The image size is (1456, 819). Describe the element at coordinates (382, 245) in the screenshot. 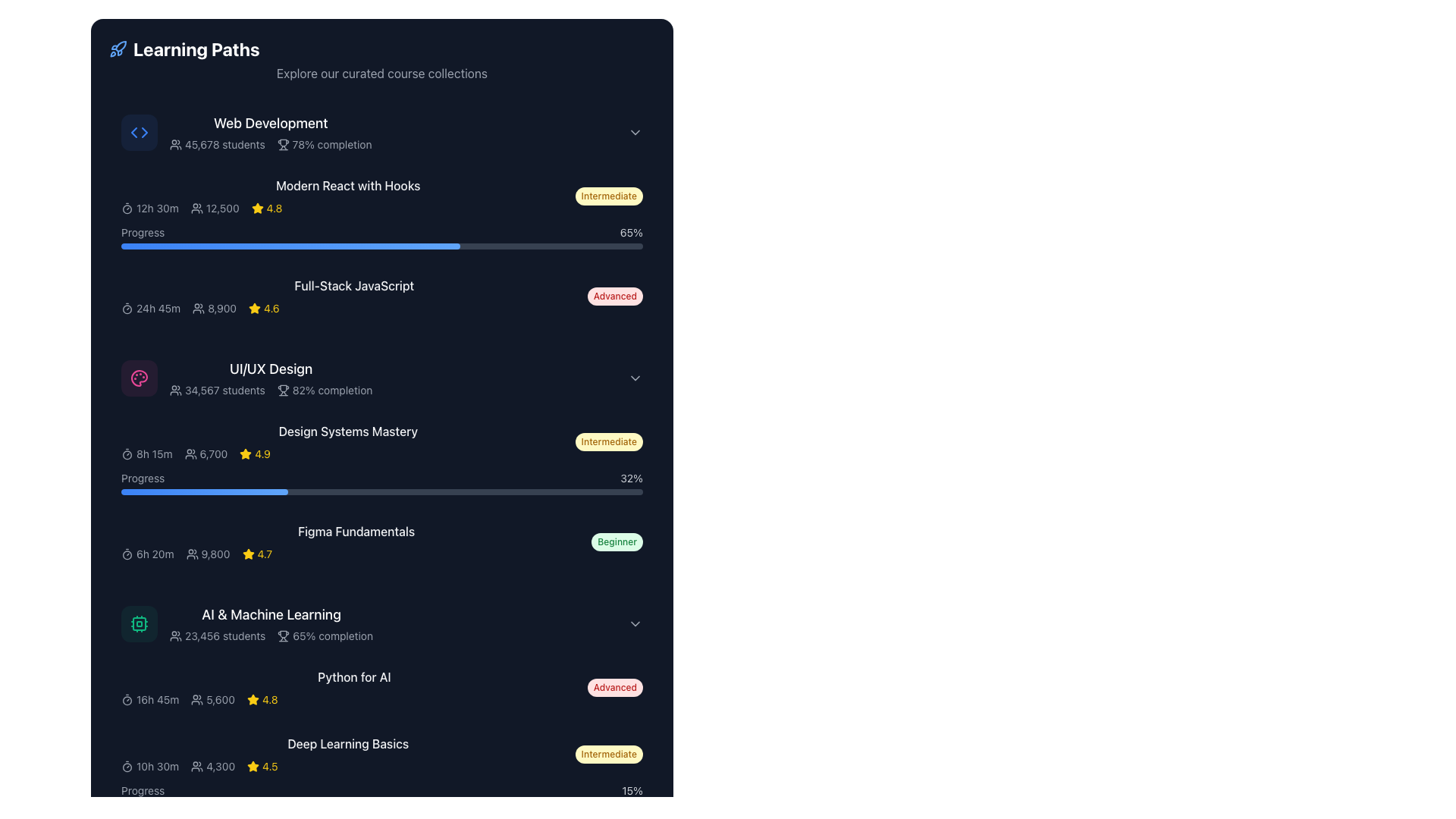

I see `the horizontal progress bar with rounded ends, styled with a gray background and blue gradient fill, which represents 65% completion, located below the 'Progress' label and to the left of the '65%' text in the 'Modern React with Hooks' course description block` at that location.